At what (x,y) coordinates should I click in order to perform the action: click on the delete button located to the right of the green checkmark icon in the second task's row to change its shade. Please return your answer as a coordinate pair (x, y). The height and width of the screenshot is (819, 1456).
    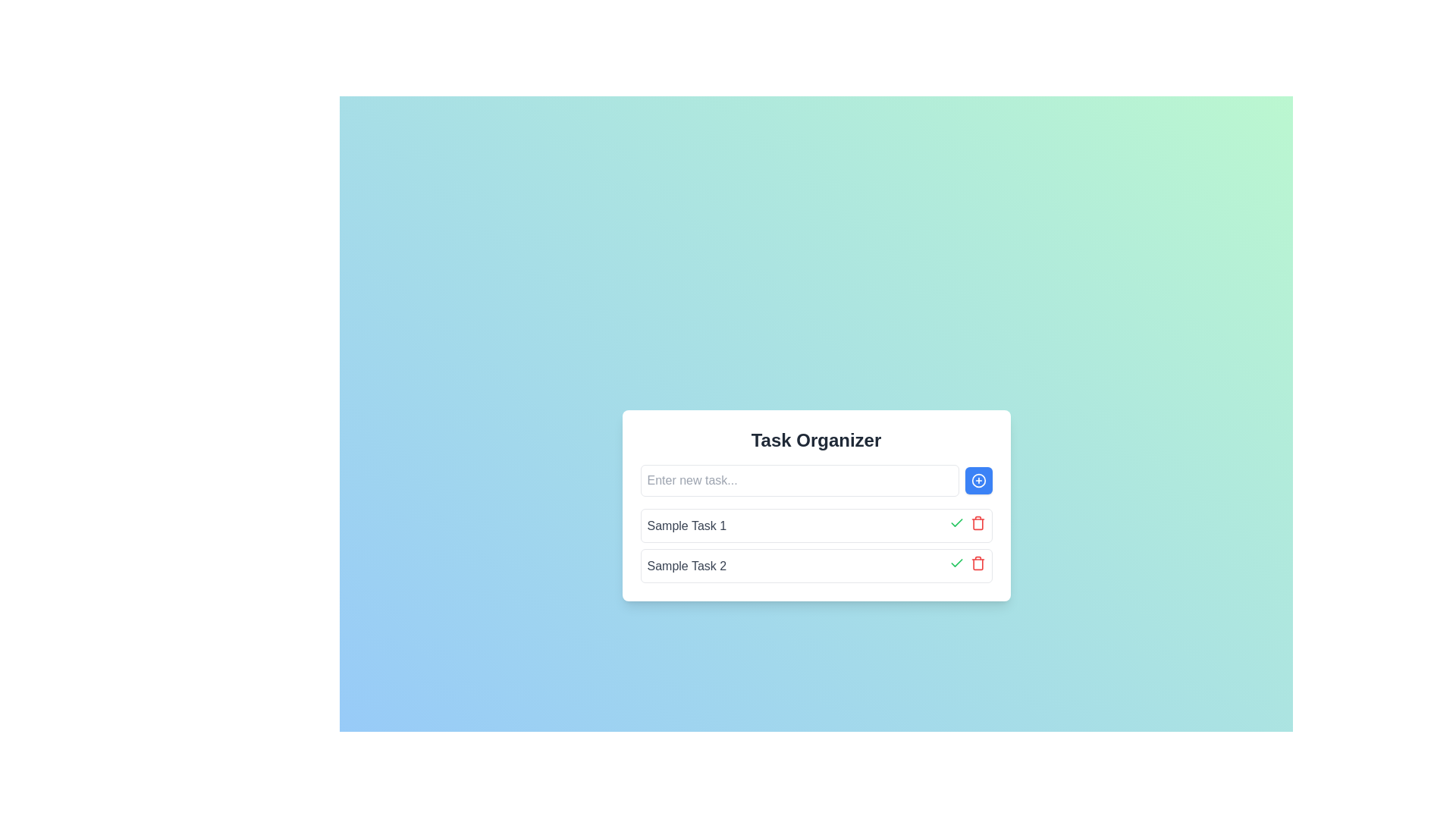
    Looking at the image, I should click on (977, 563).